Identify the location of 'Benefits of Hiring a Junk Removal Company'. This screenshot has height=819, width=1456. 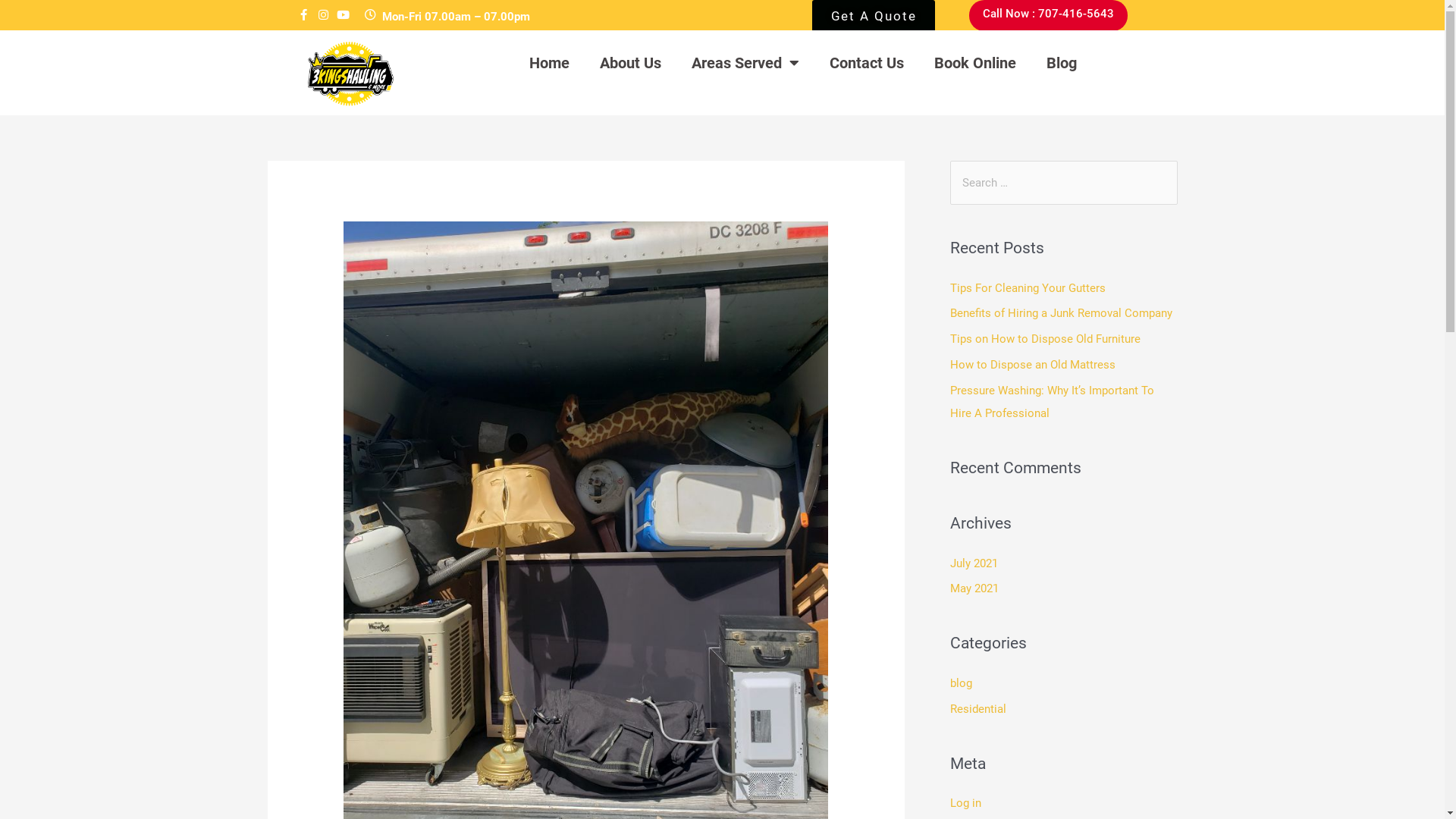
(1059, 312).